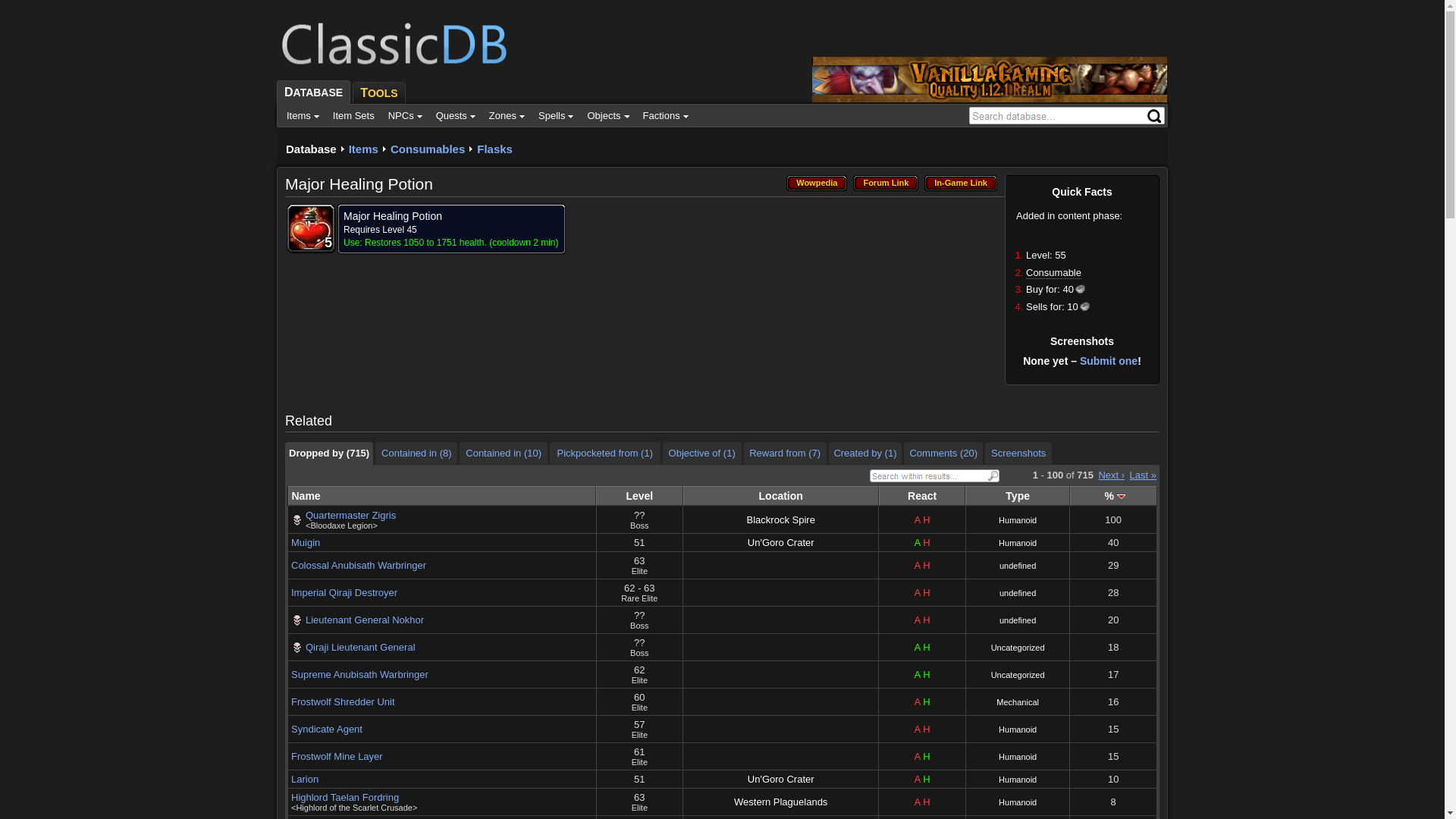 This screenshot has width=1456, height=819. What do you see at coordinates (381, 115) in the screenshot?
I see `'NPCs'` at bounding box center [381, 115].